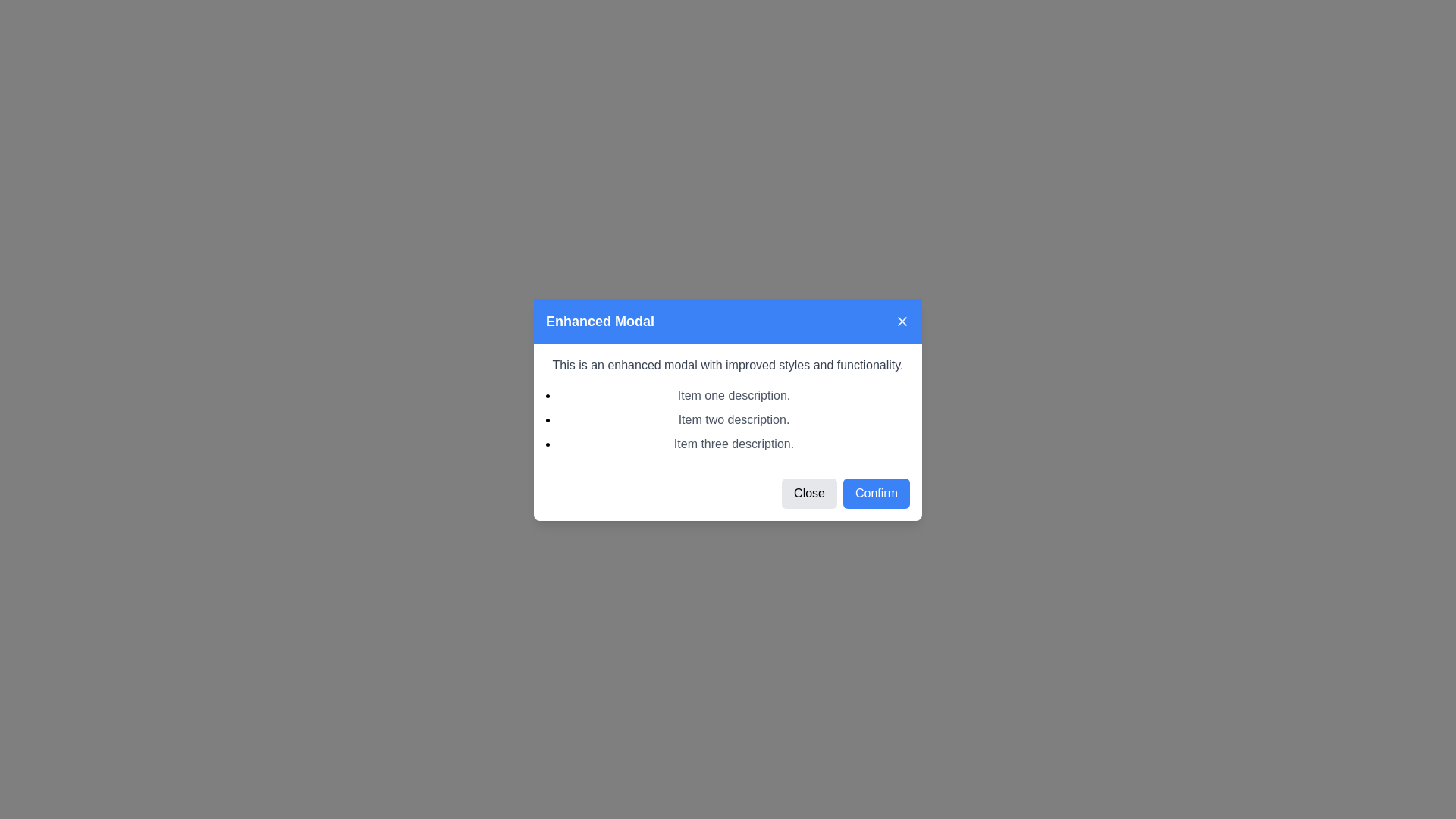 The width and height of the screenshot is (1456, 819). What do you see at coordinates (728, 493) in the screenshot?
I see `the action bar at the bottom of the modal dialog to interact with the buttons for closing or confirming an action` at bounding box center [728, 493].